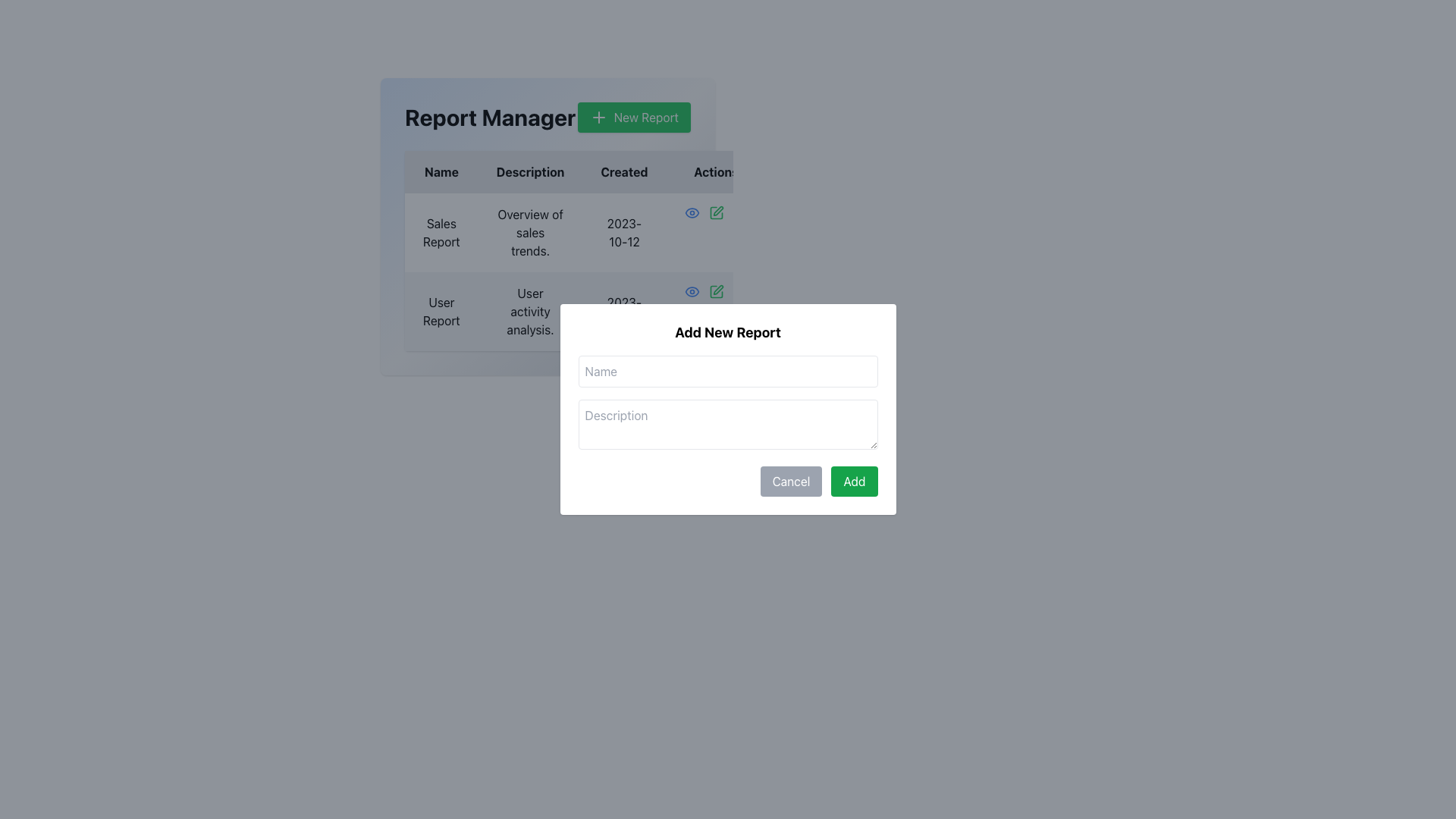  I want to click on the 'Cancel' button, which is a rectangular button with white uppercase text on a gray background, located at the bottom-right corner of a modal dialog, so click(790, 482).